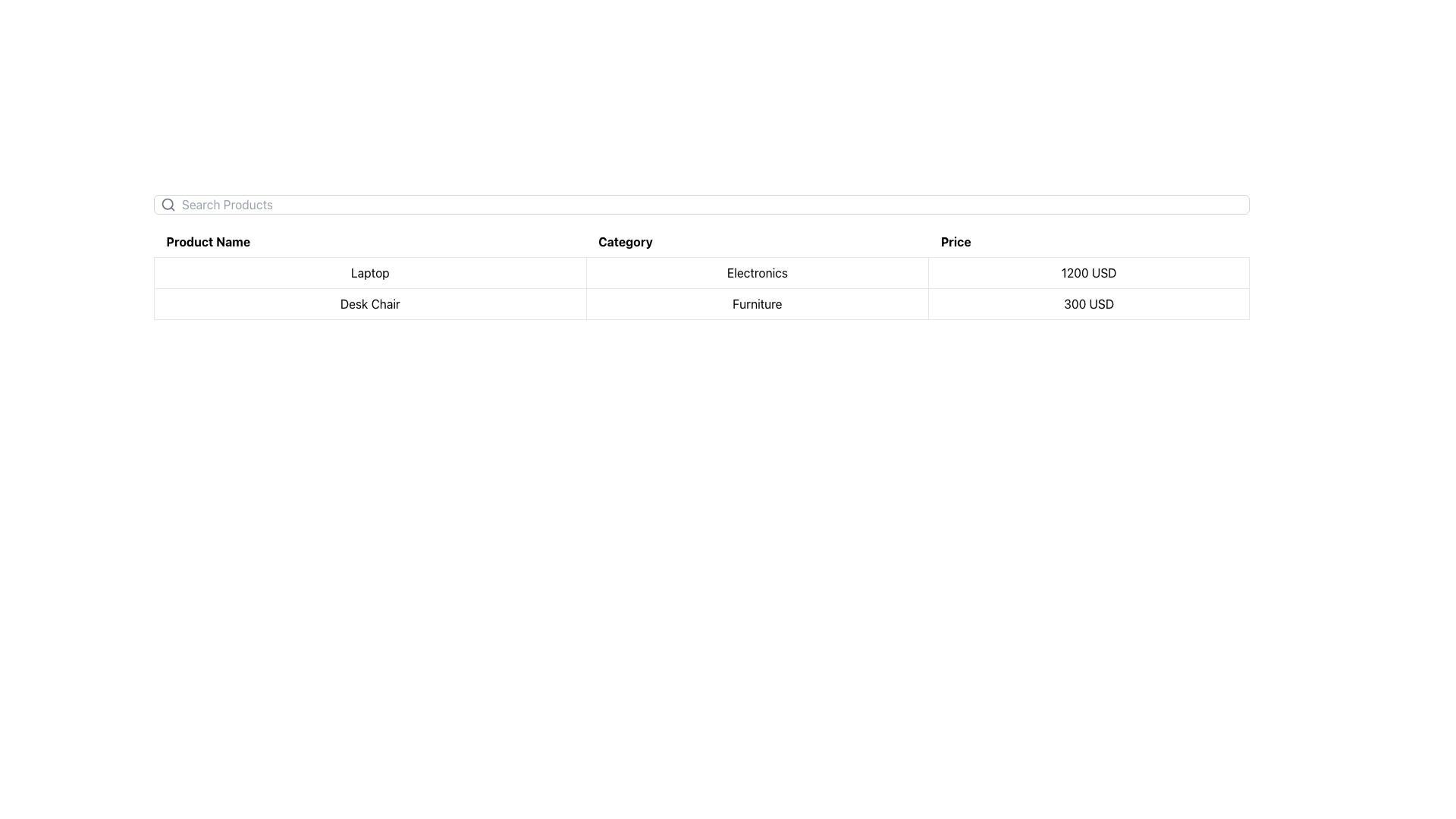 The width and height of the screenshot is (1456, 819). Describe the element at coordinates (168, 205) in the screenshot. I see `the magnifying glass icon, which represents the search functionality, located to the left of the input field to initiate a search` at that location.